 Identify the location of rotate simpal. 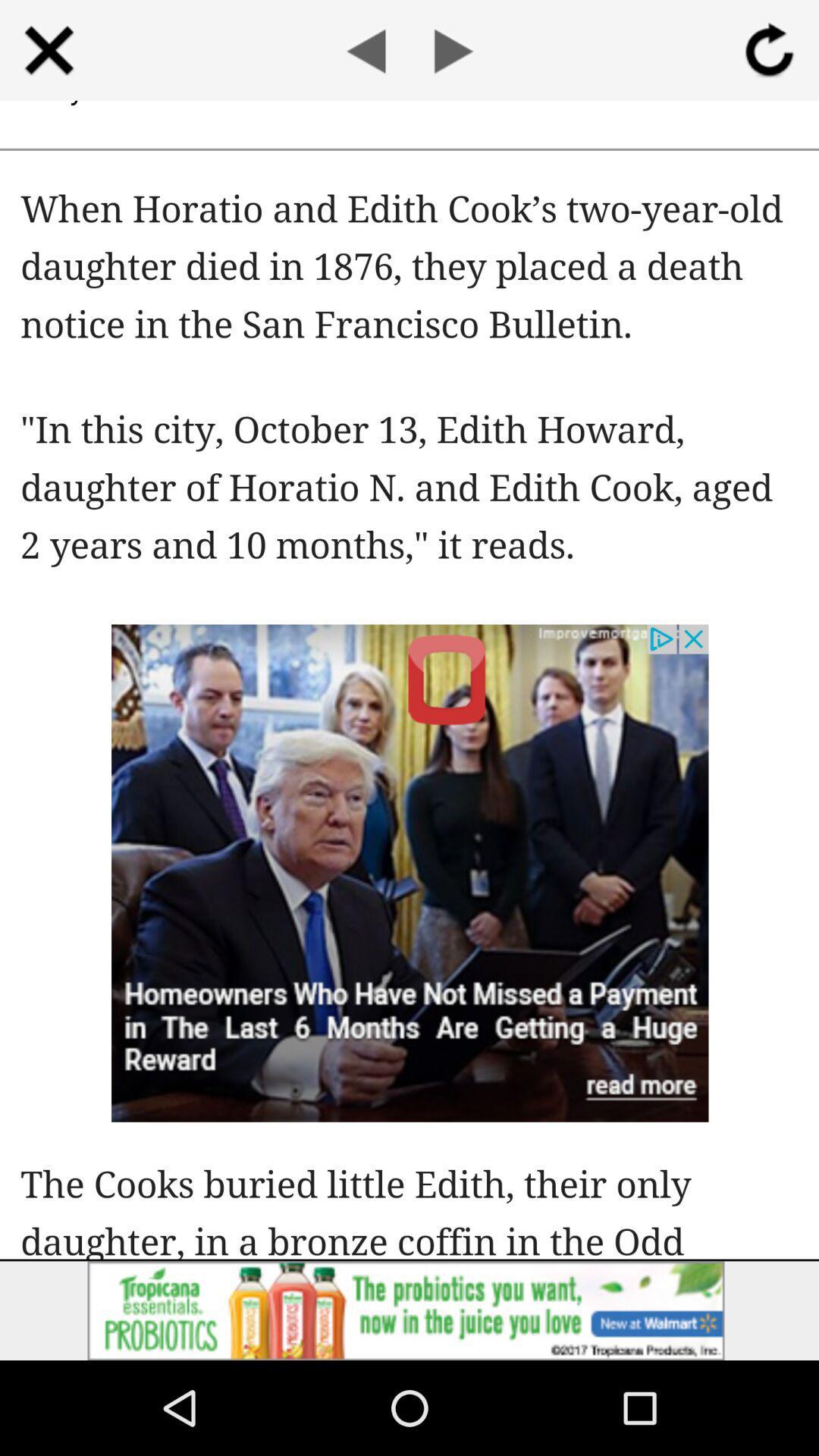
(770, 50).